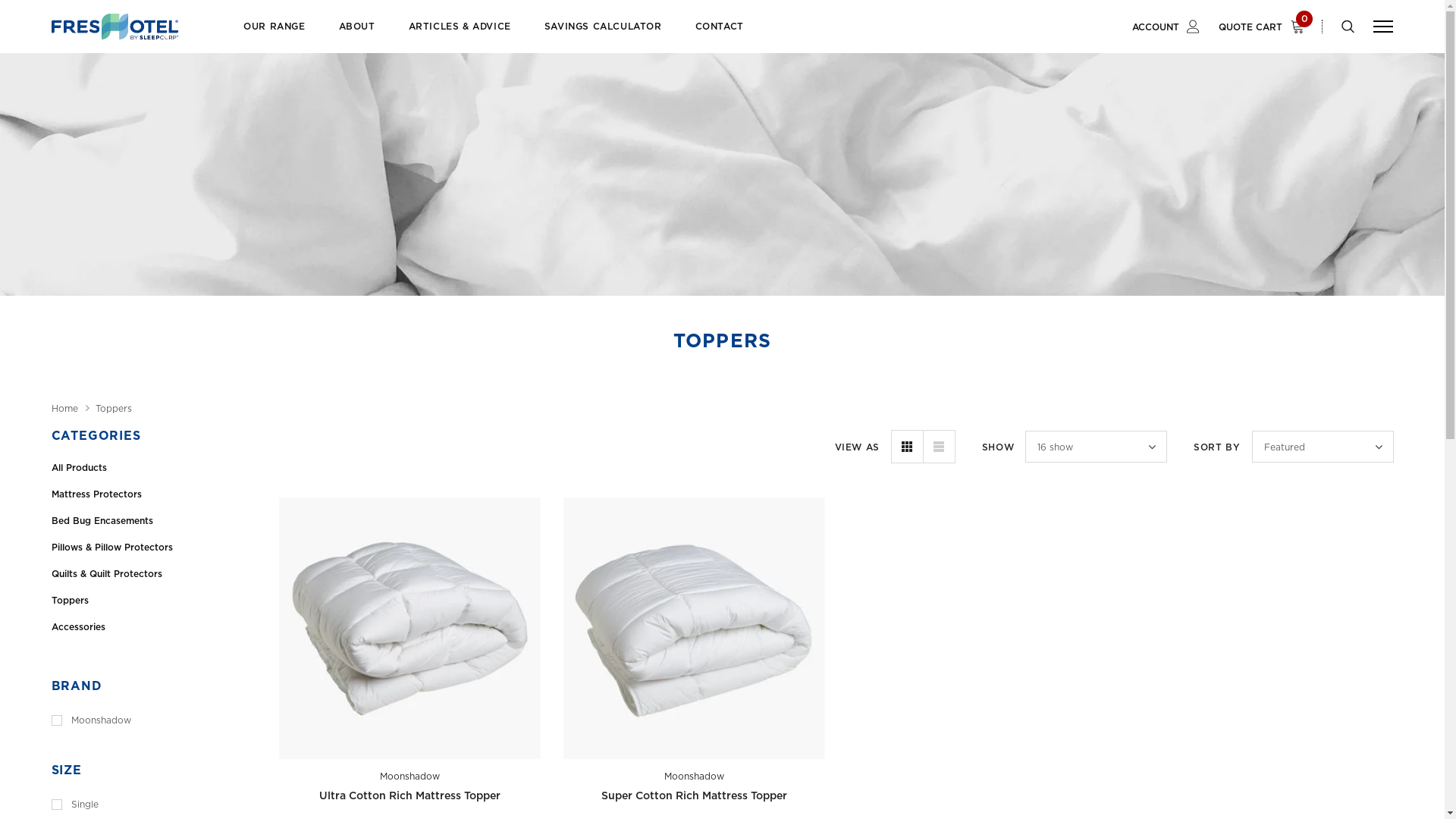 This screenshot has width=1456, height=819. I want to click on 'Pillows & Pillow Protectors', so click(153, 547).